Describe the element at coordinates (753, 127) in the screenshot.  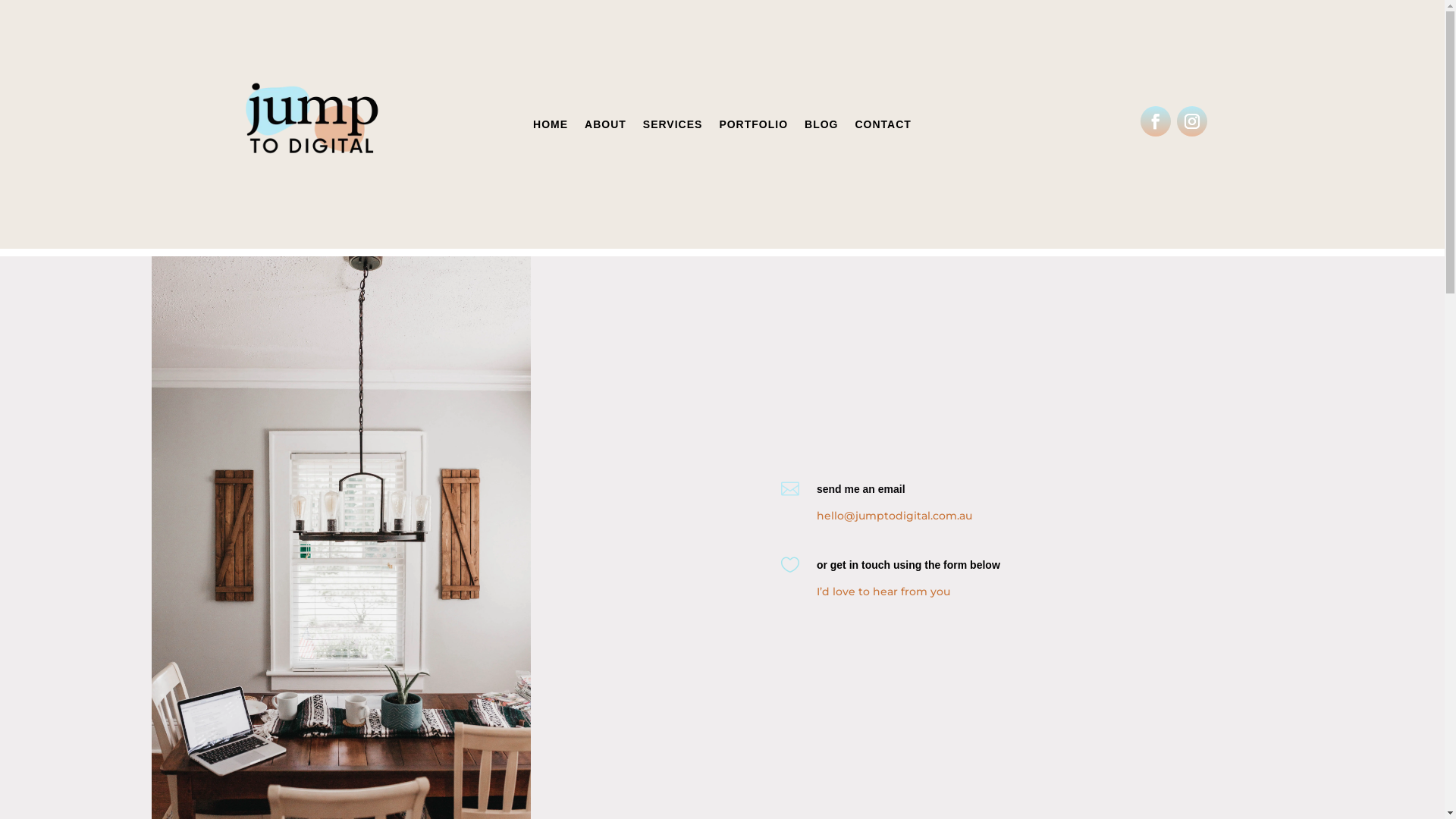
I see `'PORTFOLIO'` at that location.